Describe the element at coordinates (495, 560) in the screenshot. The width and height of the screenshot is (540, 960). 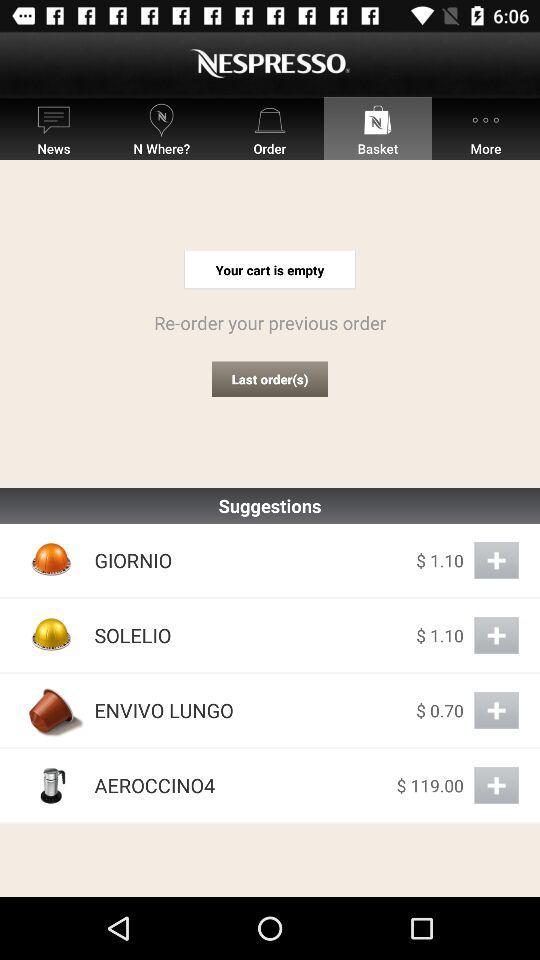
I see `product` at that location.